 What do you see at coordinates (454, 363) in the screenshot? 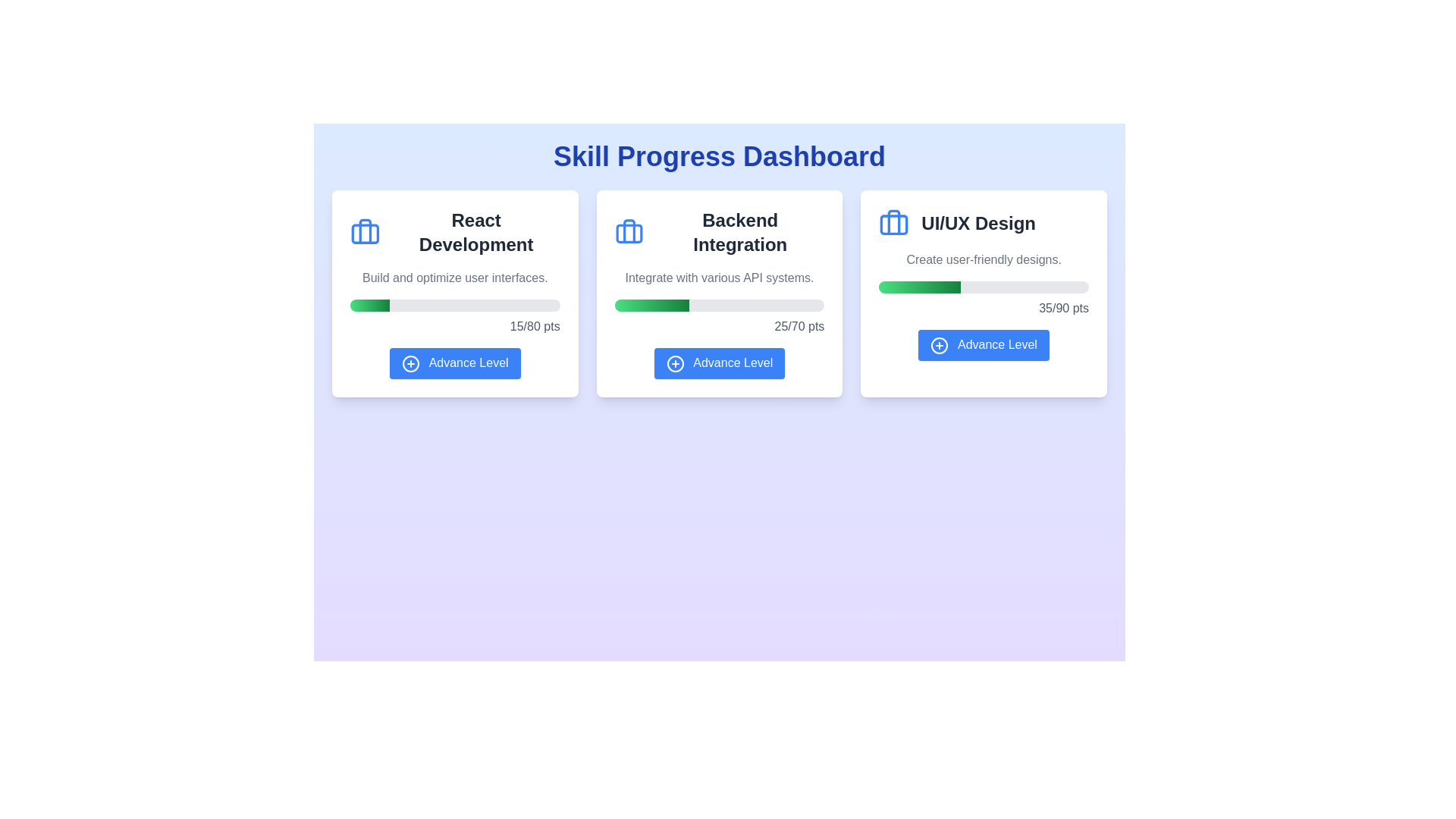
I see `the button located at the bottom of the React Development card` at bounding box center [454, 363].